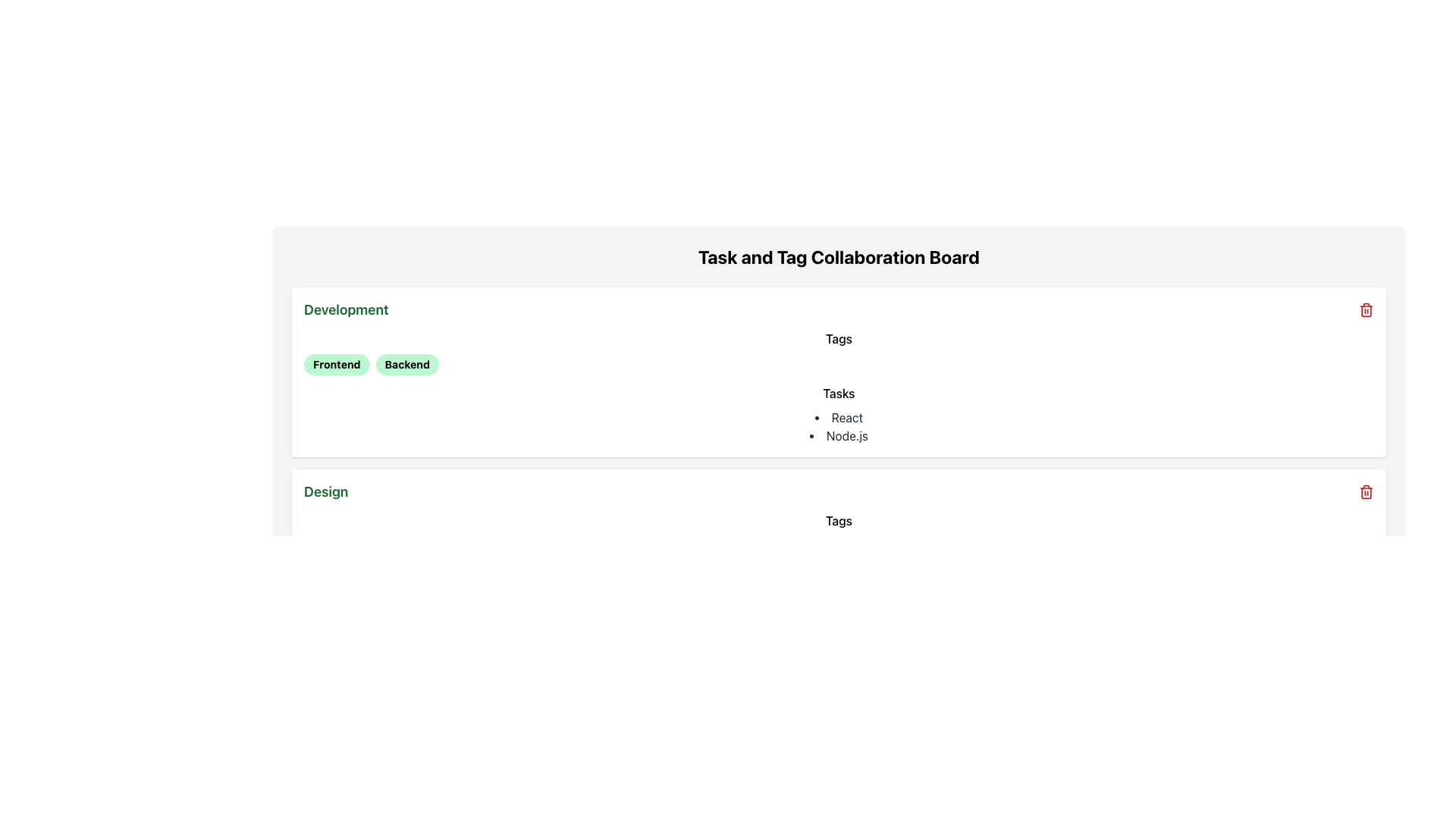 This screenshot has height=819, width=1456. What do you see at coordinates (838, 435) in the screenshot?
I see `the Text Label displaying 'Node.js', which is the second item in the bulleted list under the 'Tasks' title in the Development section` at bounding box center [838, 435].